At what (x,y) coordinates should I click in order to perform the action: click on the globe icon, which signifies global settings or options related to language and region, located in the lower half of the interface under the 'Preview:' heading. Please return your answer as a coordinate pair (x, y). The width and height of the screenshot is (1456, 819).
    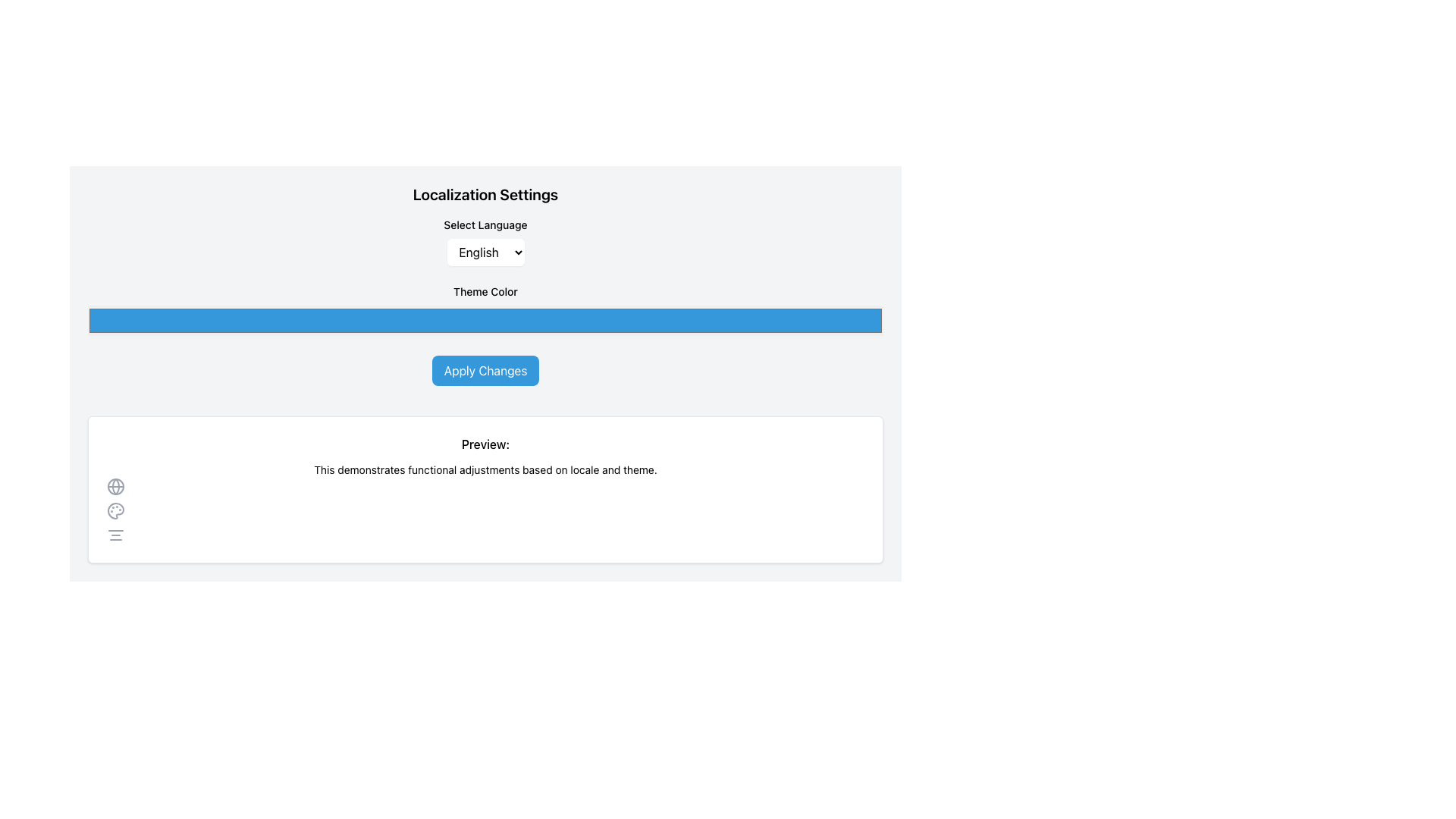
    Looking at the image, I should click on (115, 486).